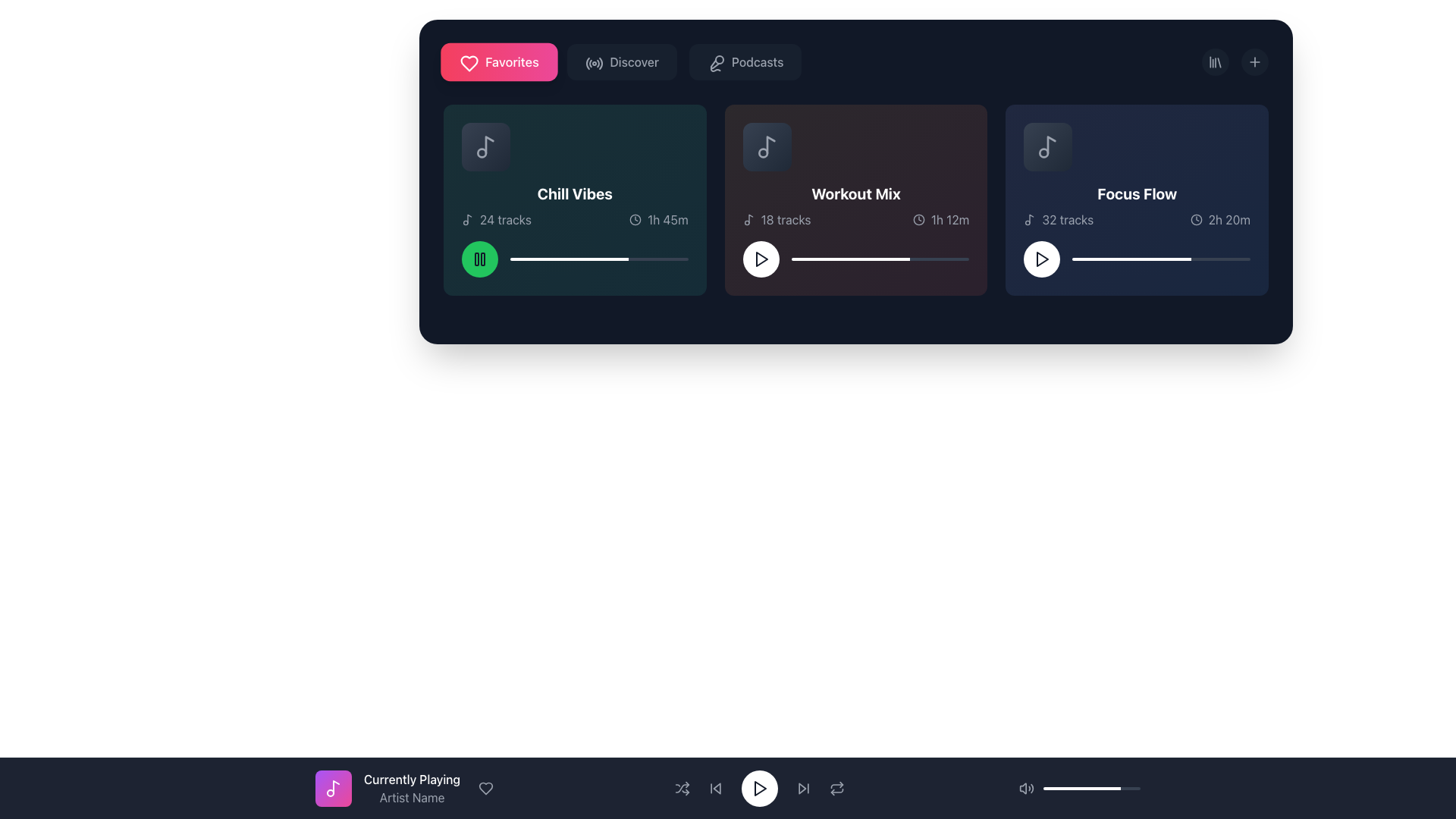 Image resolution: width=1456 pixels, height=819 pixels. Describe the element at coordinates (1041, 259) in the screenshot. I see `the triangular play icon button located at the bottom-left corner of the 'Focus Flow' card` at that location.